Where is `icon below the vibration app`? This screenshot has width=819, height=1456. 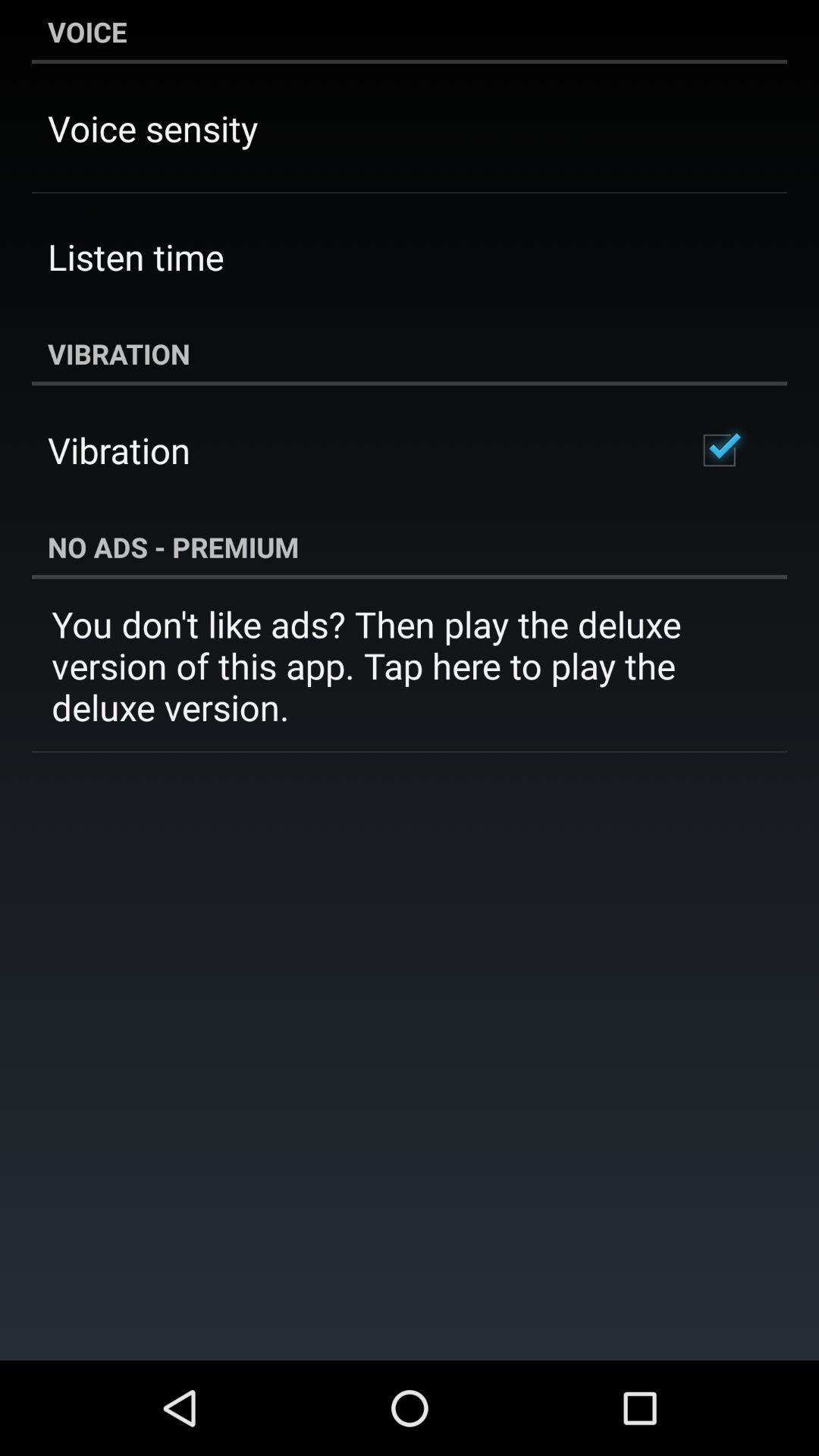
icon below the vibration app is located at coordinates (718, 450).